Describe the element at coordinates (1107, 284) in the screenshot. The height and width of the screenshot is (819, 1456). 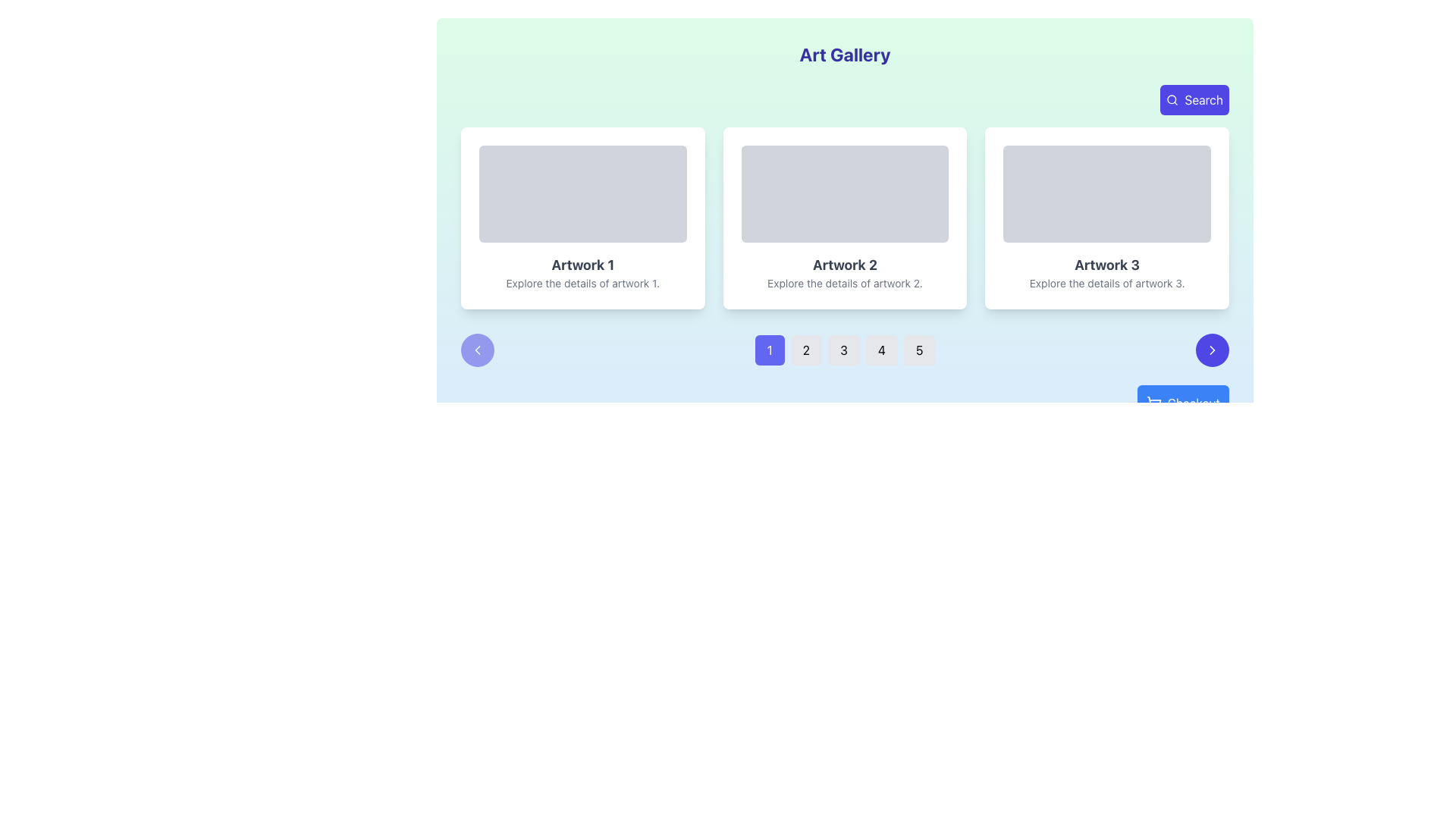
I see `the non-interactive text element providing a description related to 'Artwork 3', located at the bottom of the rightmost card` at that location.